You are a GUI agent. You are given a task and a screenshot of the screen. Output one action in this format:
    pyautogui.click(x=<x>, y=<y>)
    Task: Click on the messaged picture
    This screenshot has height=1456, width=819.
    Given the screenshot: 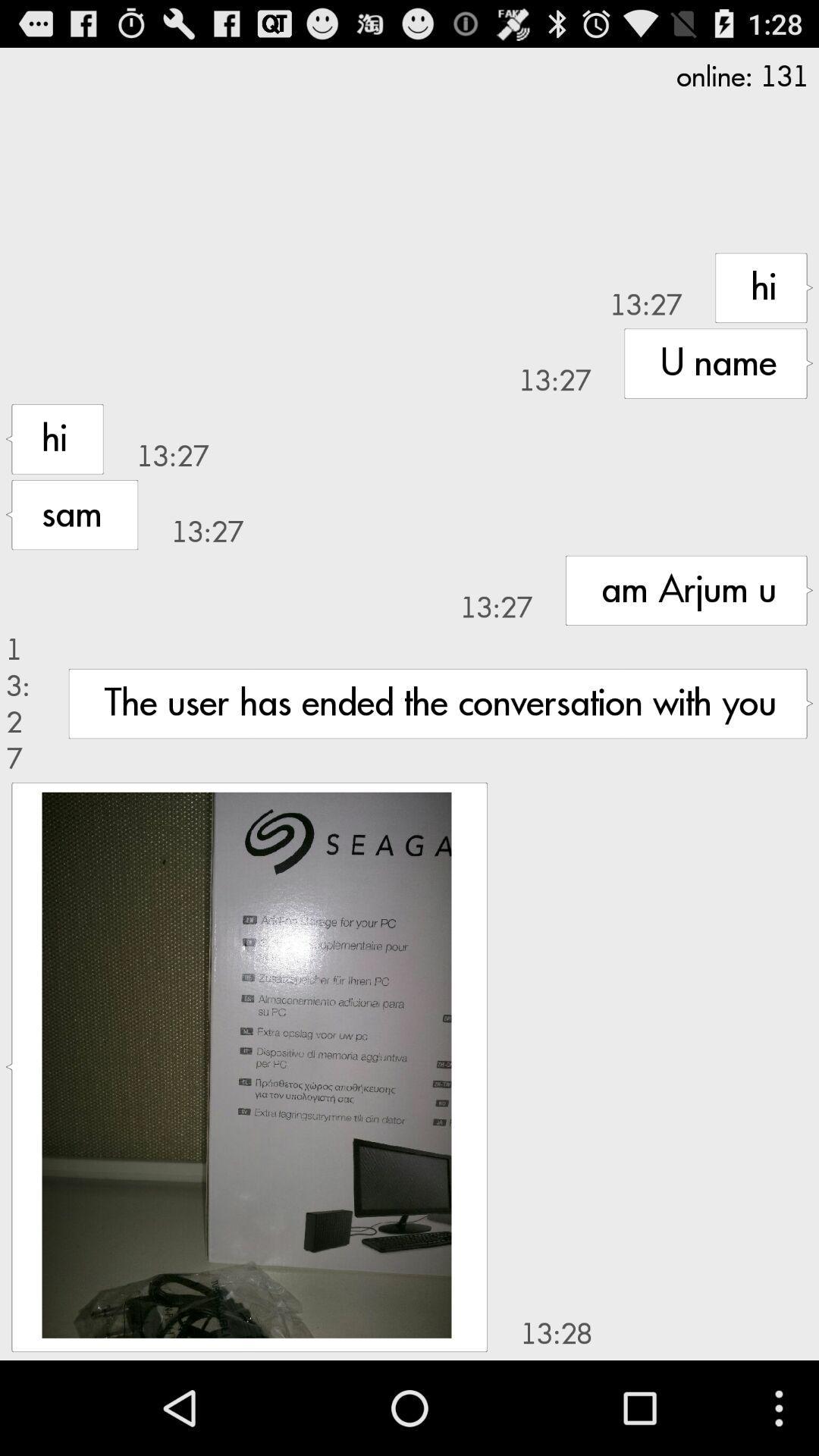 What is the action you would take?
    pyautogui.click(x=246, y=1064)
    